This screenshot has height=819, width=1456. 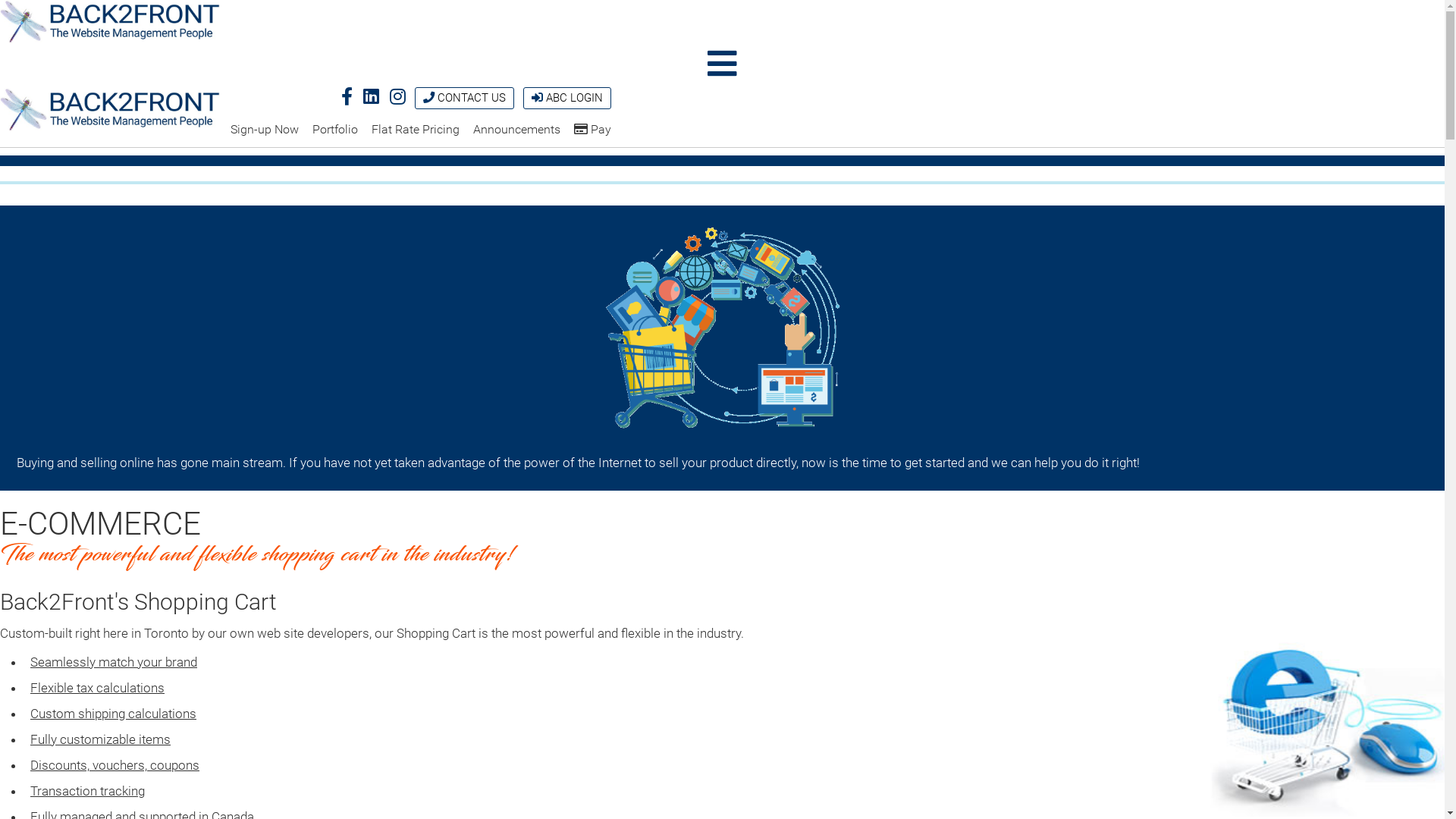 I want to click on 'Visit Us On LinkedIn', so click(x=371, y=96).